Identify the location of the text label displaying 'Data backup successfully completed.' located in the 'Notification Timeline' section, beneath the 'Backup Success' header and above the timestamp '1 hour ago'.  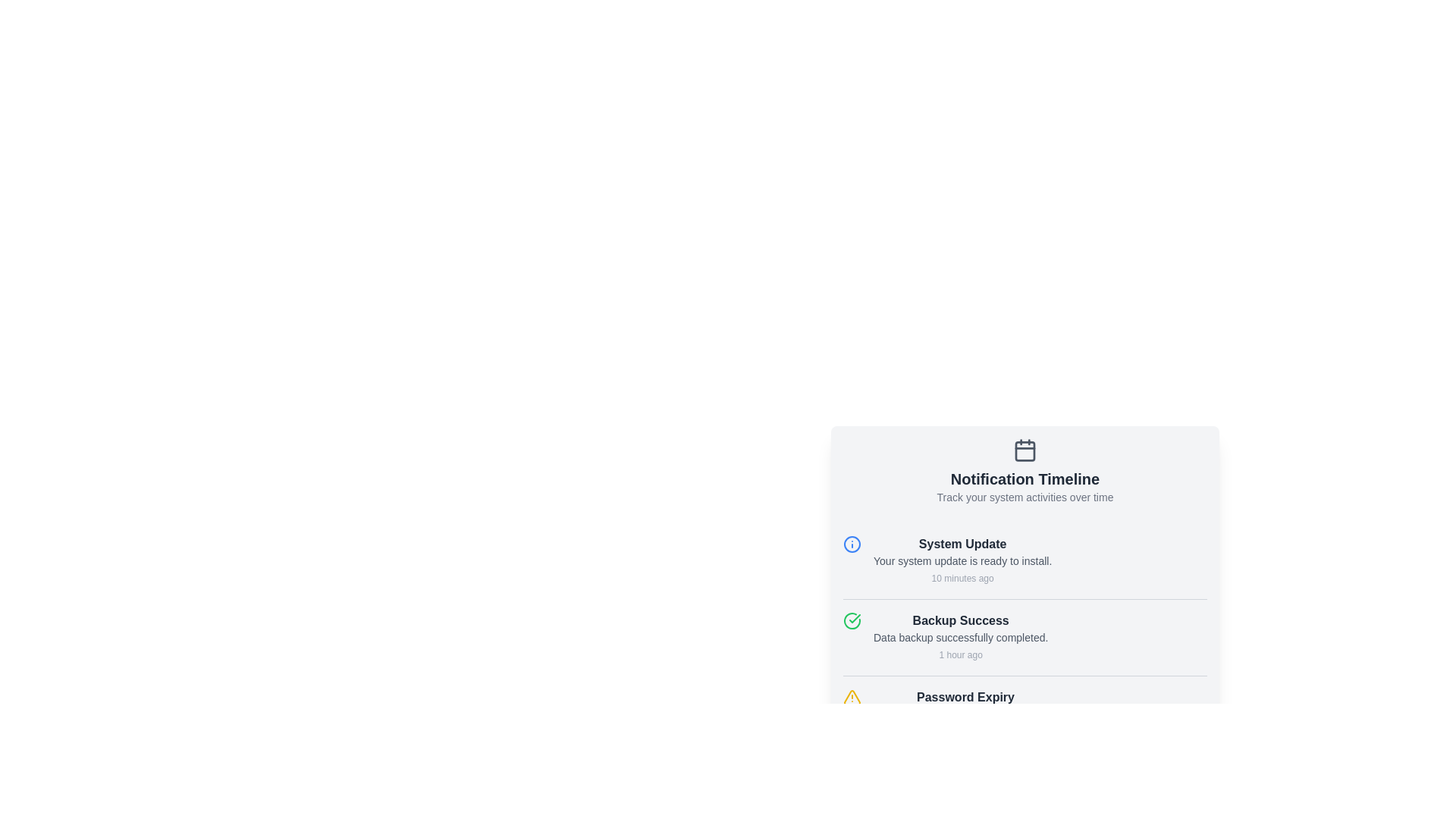
(960, 637).